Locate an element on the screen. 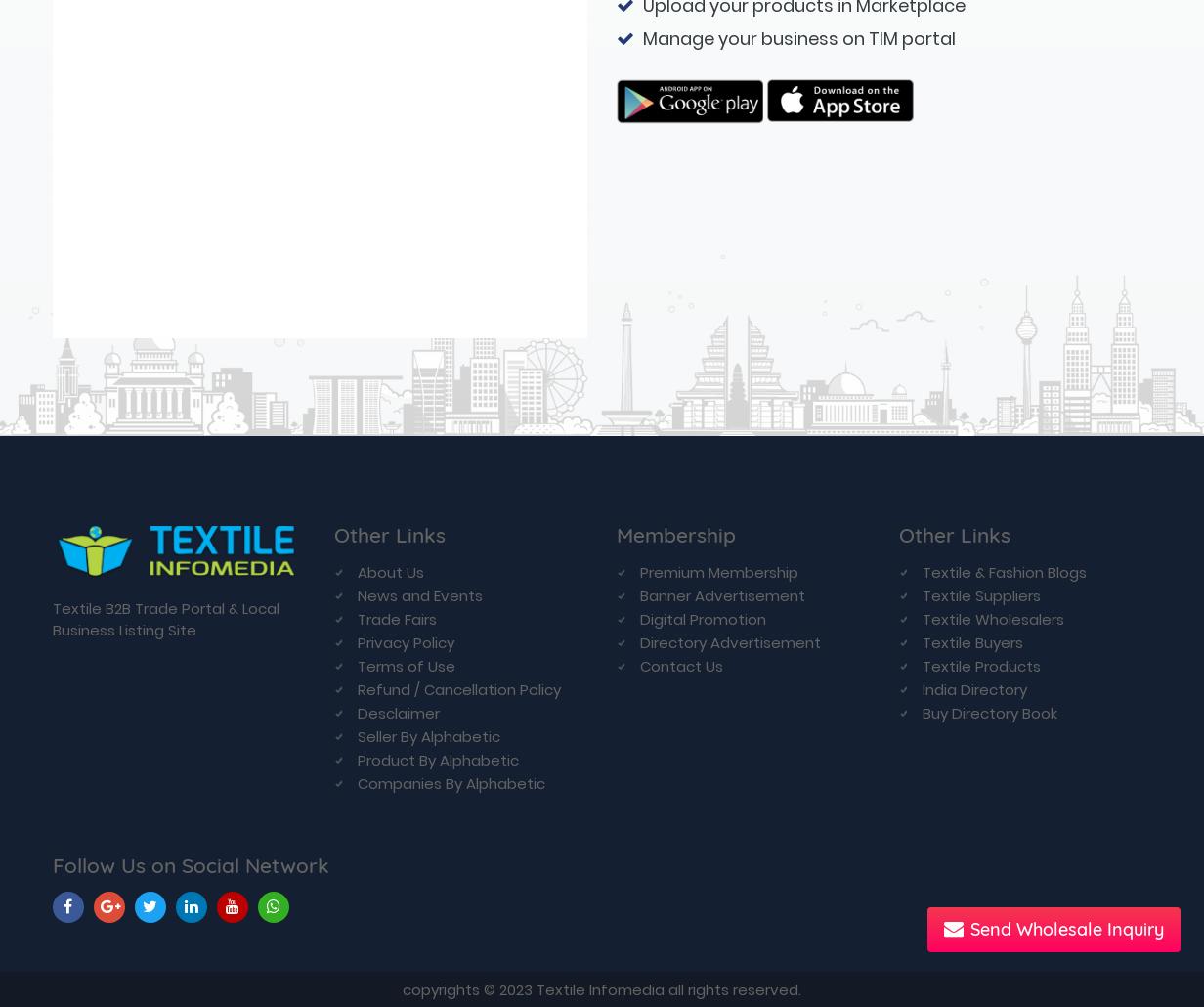 The width and height of the screenshot is (1204, 1007). 'Seller By Alphabetic' is located at coordinates (428, 125).